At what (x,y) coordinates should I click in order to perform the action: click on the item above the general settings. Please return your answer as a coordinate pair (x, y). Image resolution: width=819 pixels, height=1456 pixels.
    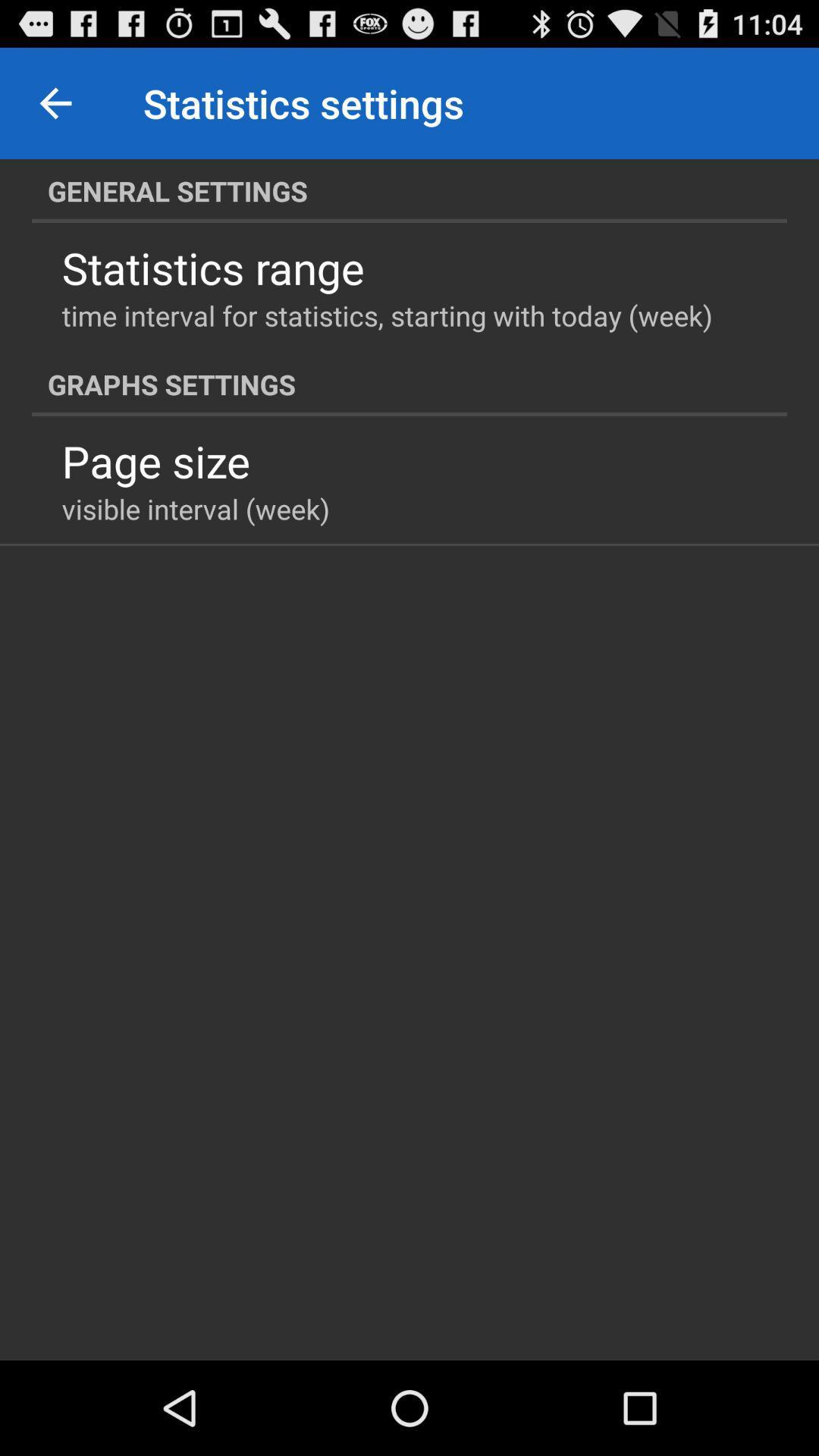
    Looking at the image, I should click on (55, 102).